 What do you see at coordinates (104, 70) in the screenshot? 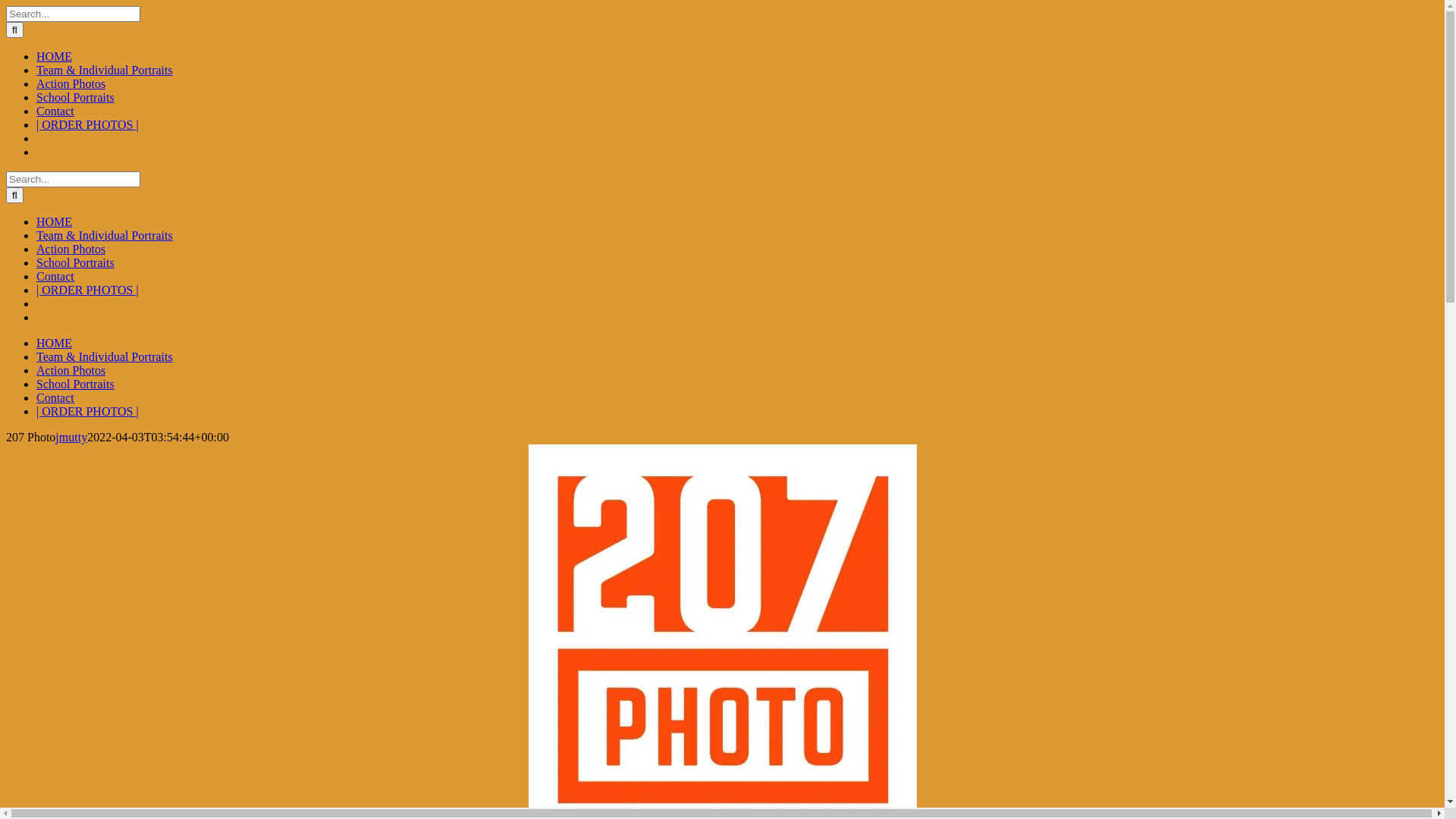
I see `'Team & Individual Portraits'` at bounding box center [104, 70].